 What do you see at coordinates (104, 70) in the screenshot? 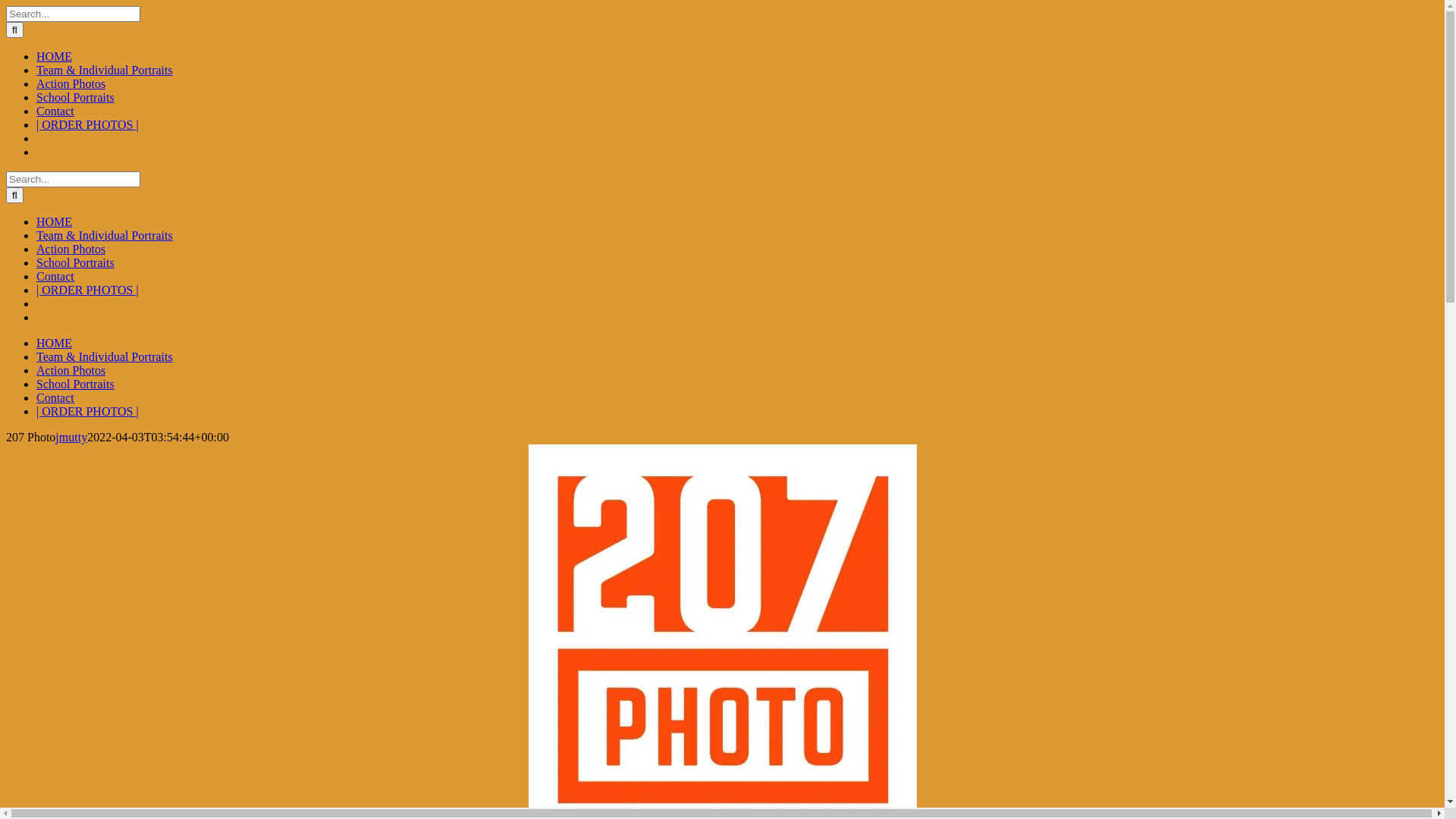
I see `'Team & Individual Portraits'` at bounding box center [104, 70].